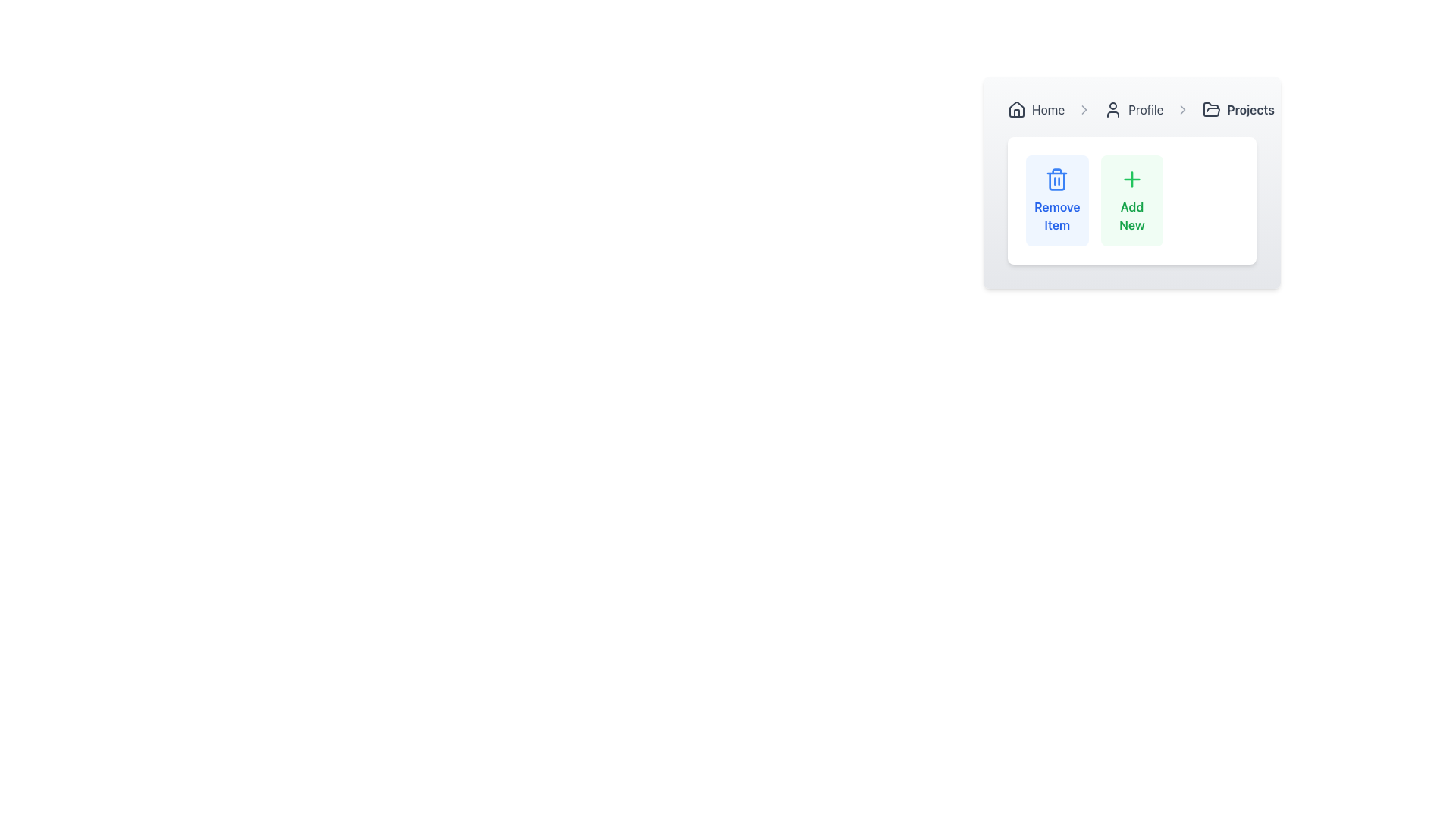 Image resolution: width=1456 pixels, height=819 pixels. What do you see at coordinates (1056, 181) in the screenshot?
I see `the blue trash bin icon located at the top center of the 'Remove Item' card` at bounding box center [1056, 181].